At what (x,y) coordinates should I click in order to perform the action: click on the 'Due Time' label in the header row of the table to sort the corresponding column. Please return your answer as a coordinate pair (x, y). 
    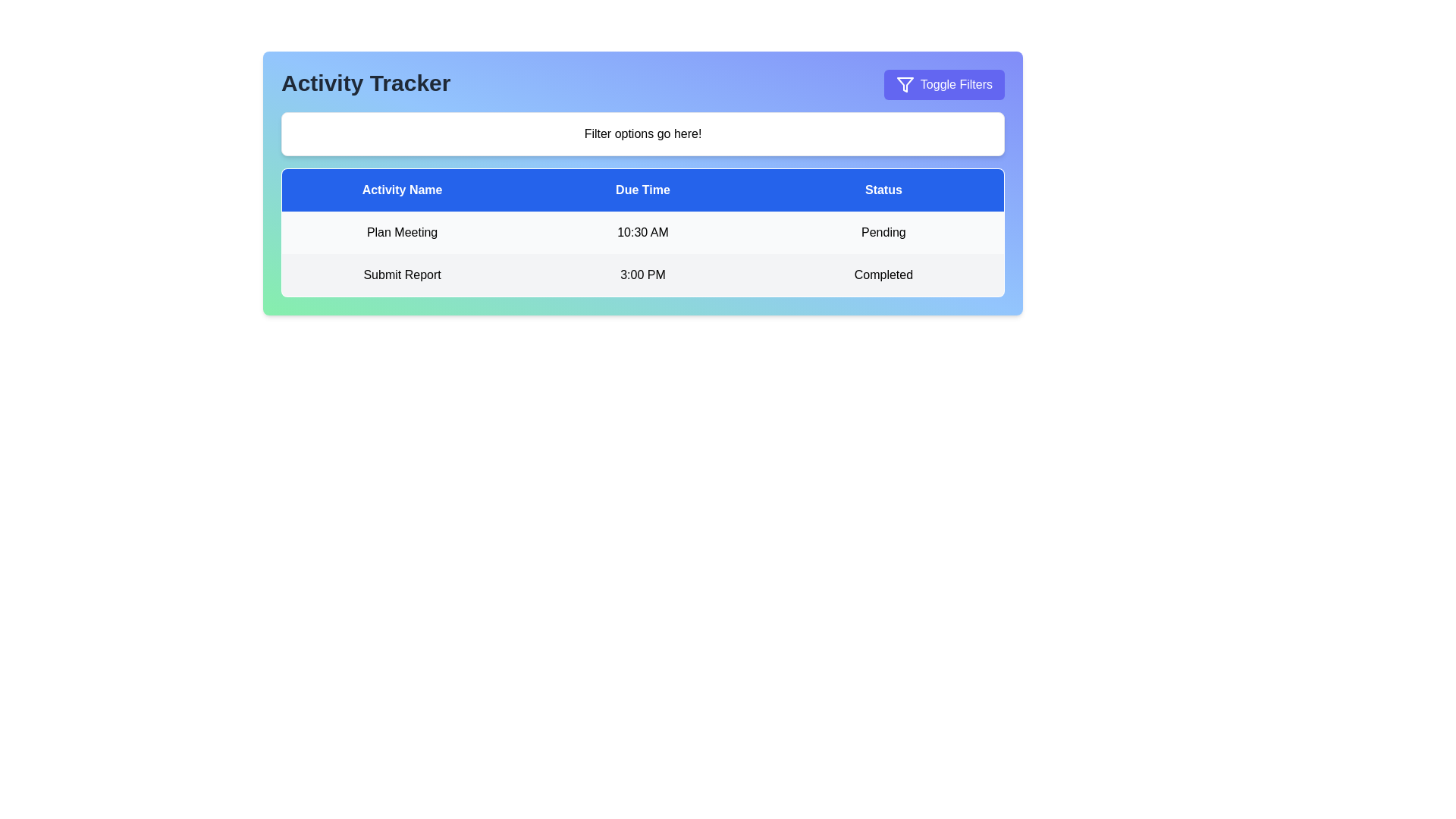
    Looking at the image, I should click on (643, 189).